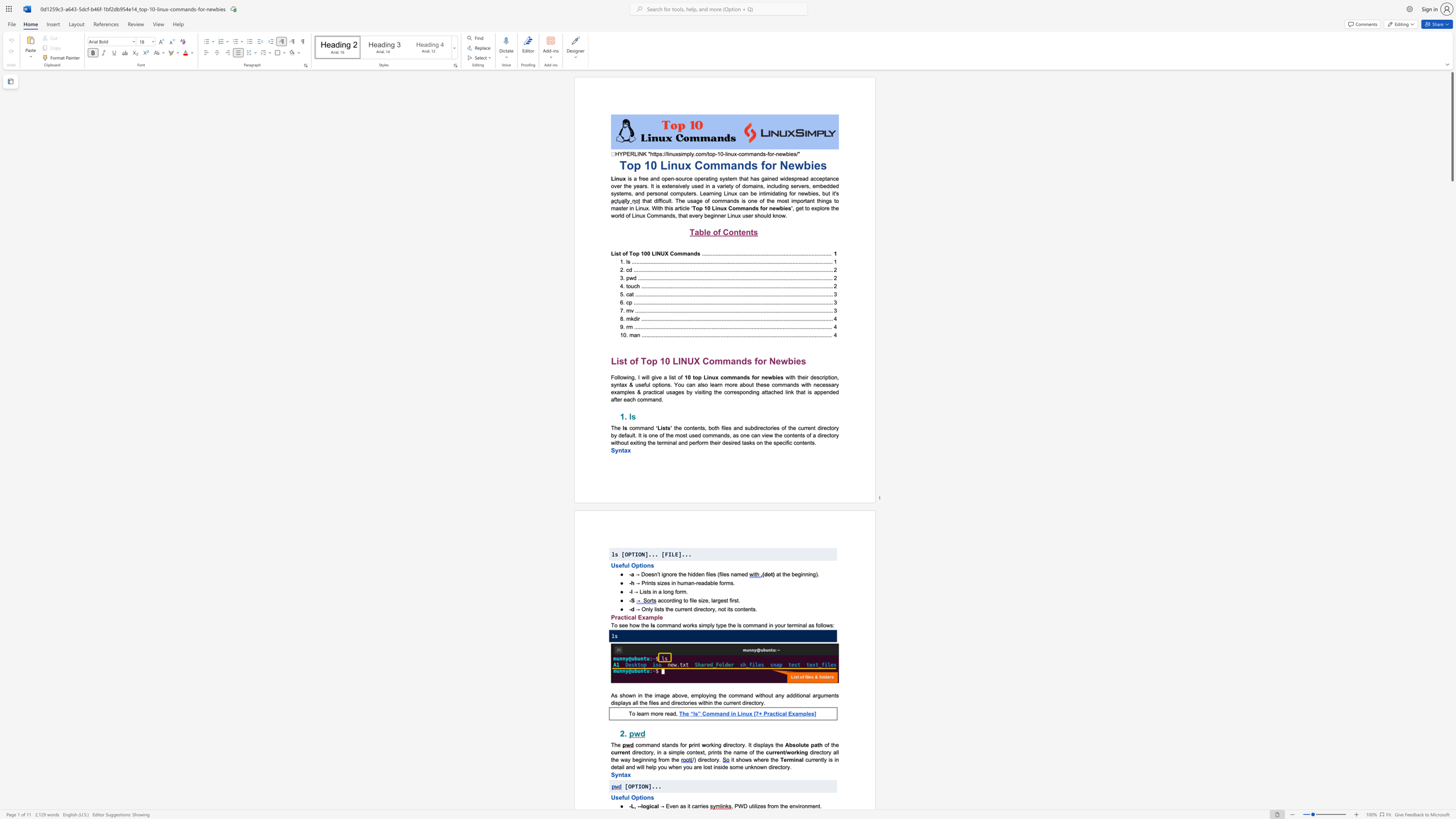  What do you see at coordinates (784, 752) in the screenshot?
I see `the 1th character "t" in the text` at bounding box center [784, 752].